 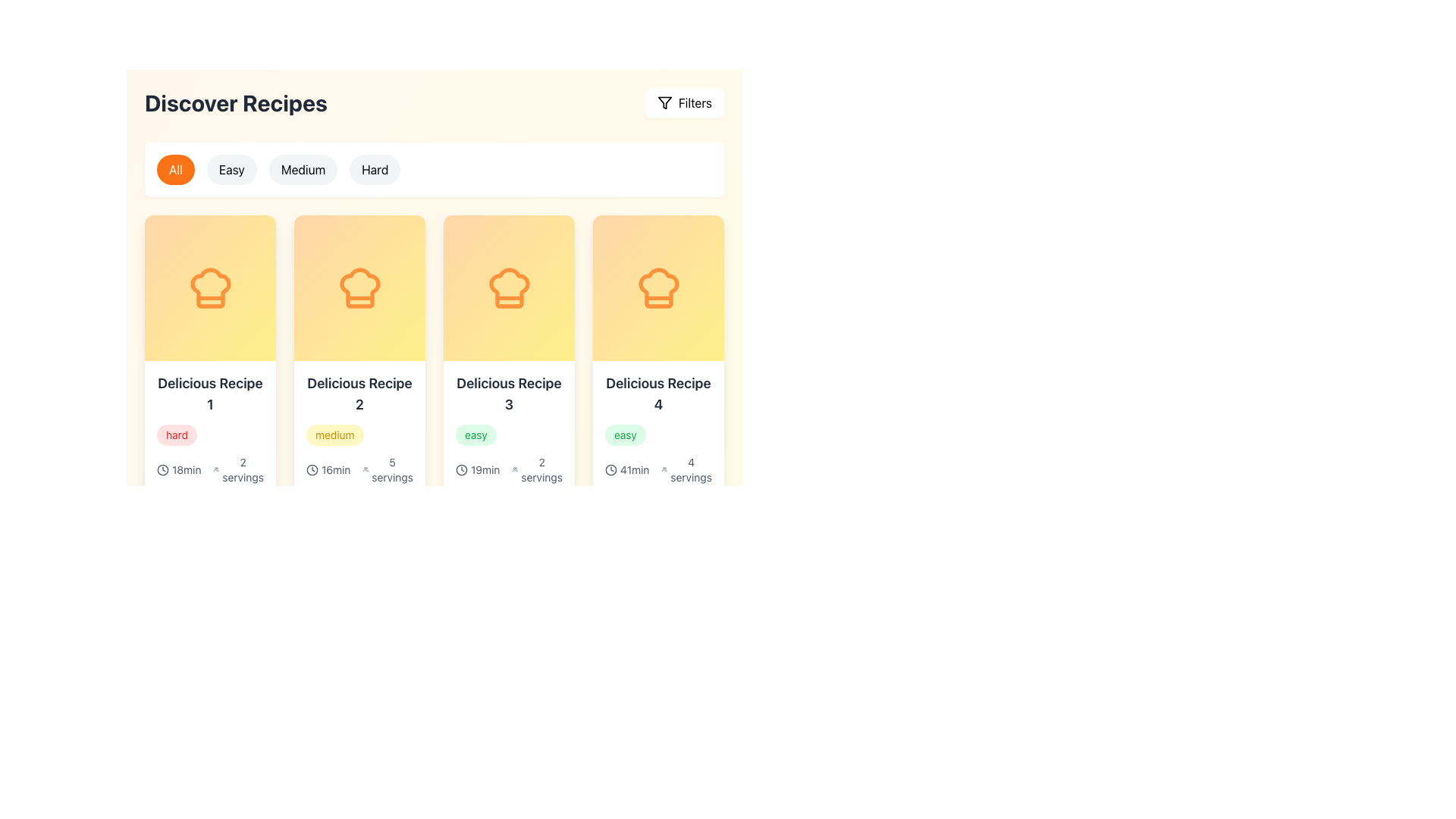 I want to click on informational text about the number of servings (4 servings) located in the second cell of the two-column grid layout at the bottom of the recipe card for 'Delicious Recipe 4', so click(x=686, y=469).